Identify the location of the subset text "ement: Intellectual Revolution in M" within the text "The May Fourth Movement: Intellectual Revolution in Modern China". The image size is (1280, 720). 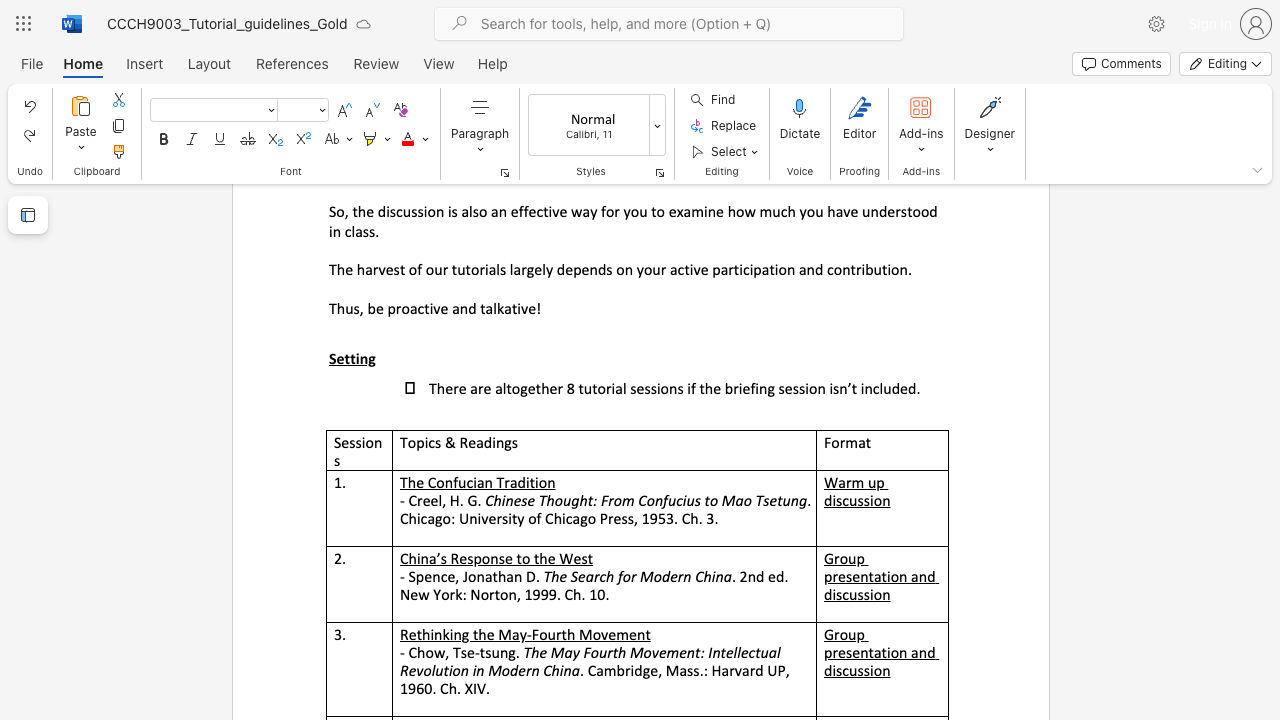
(658, 652).